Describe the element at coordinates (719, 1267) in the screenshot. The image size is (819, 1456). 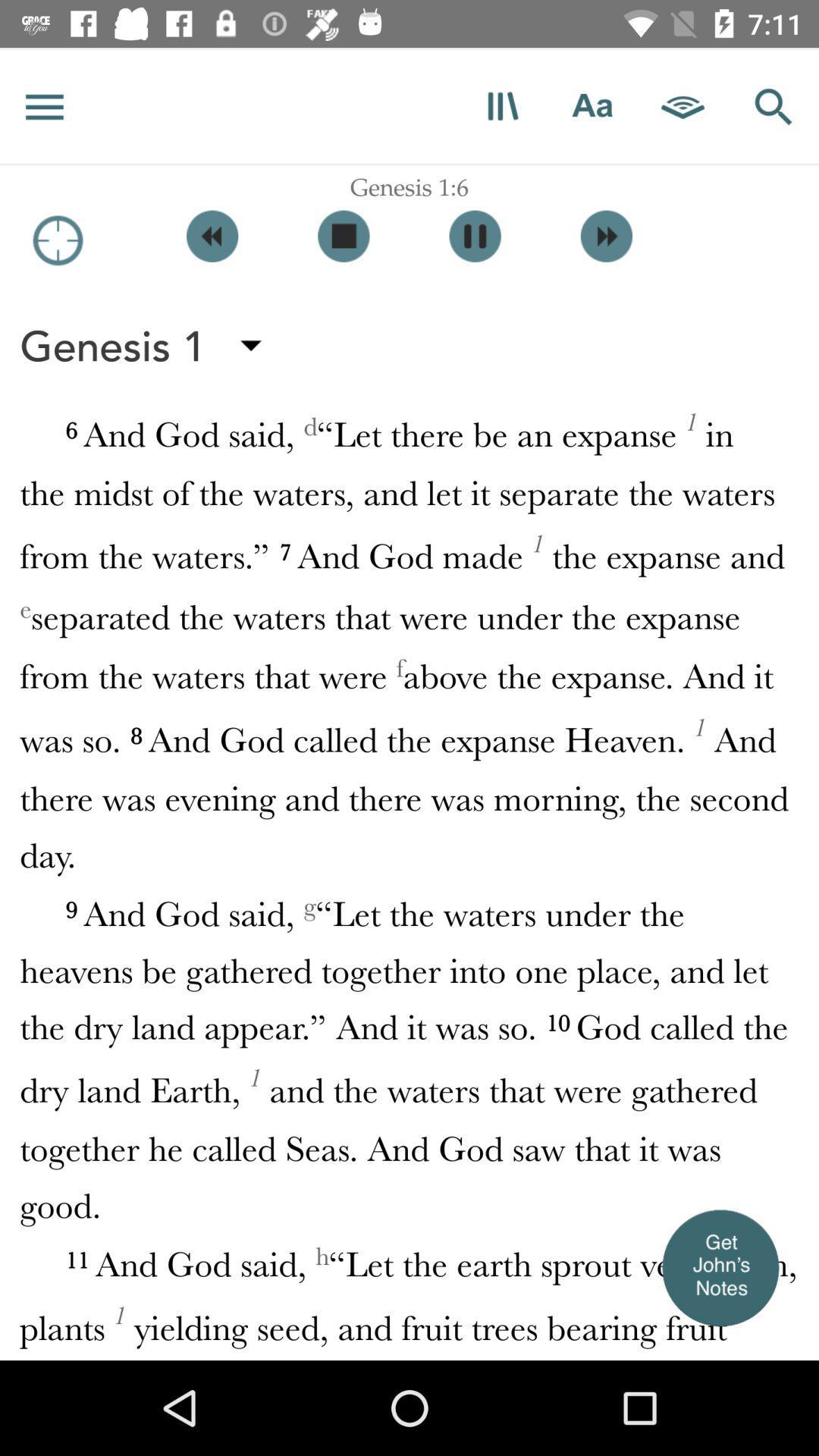
I see `get john 's notes` at that location.